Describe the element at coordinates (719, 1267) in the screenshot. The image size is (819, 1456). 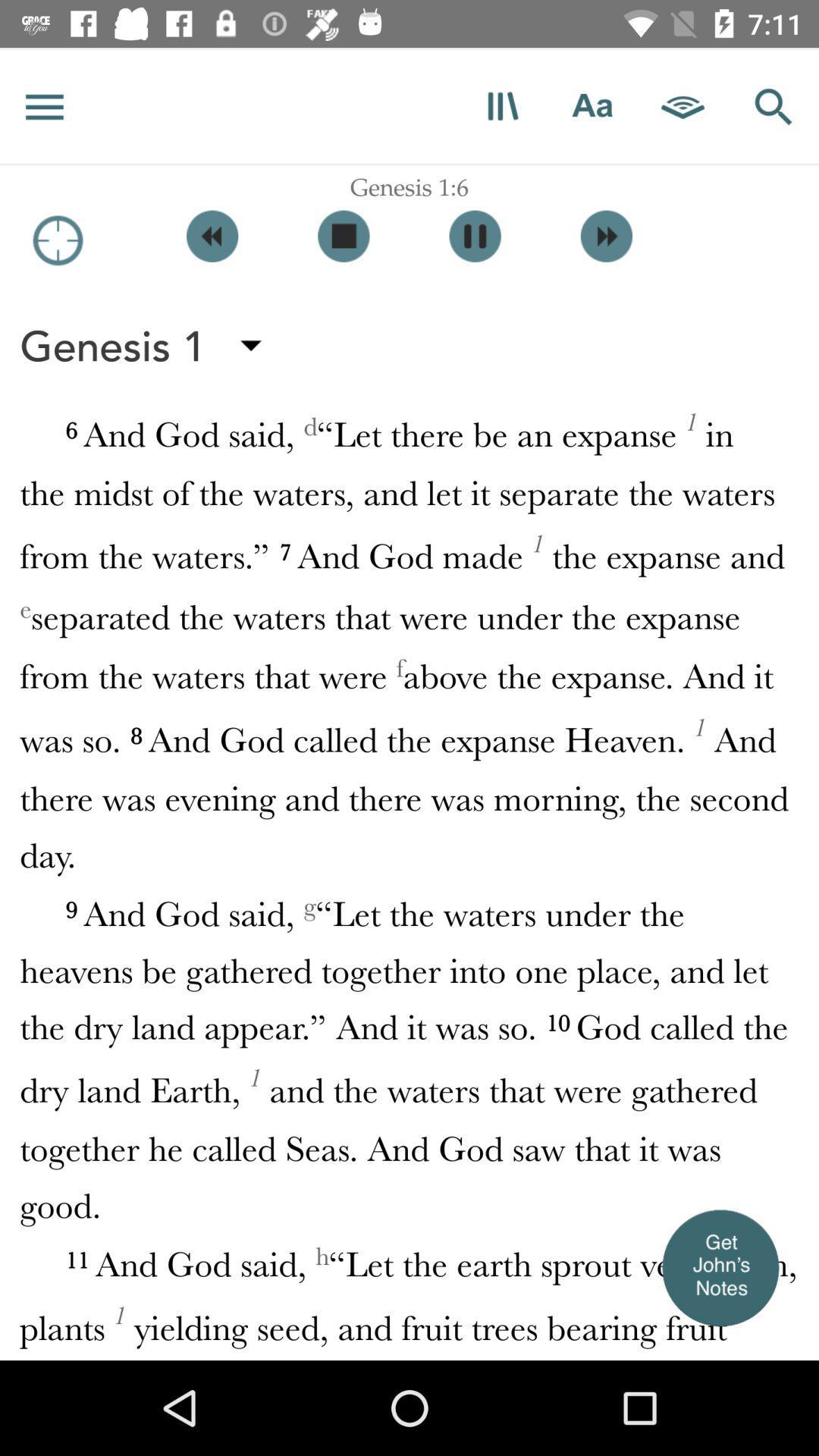
I see `get john 's notes` at that location.